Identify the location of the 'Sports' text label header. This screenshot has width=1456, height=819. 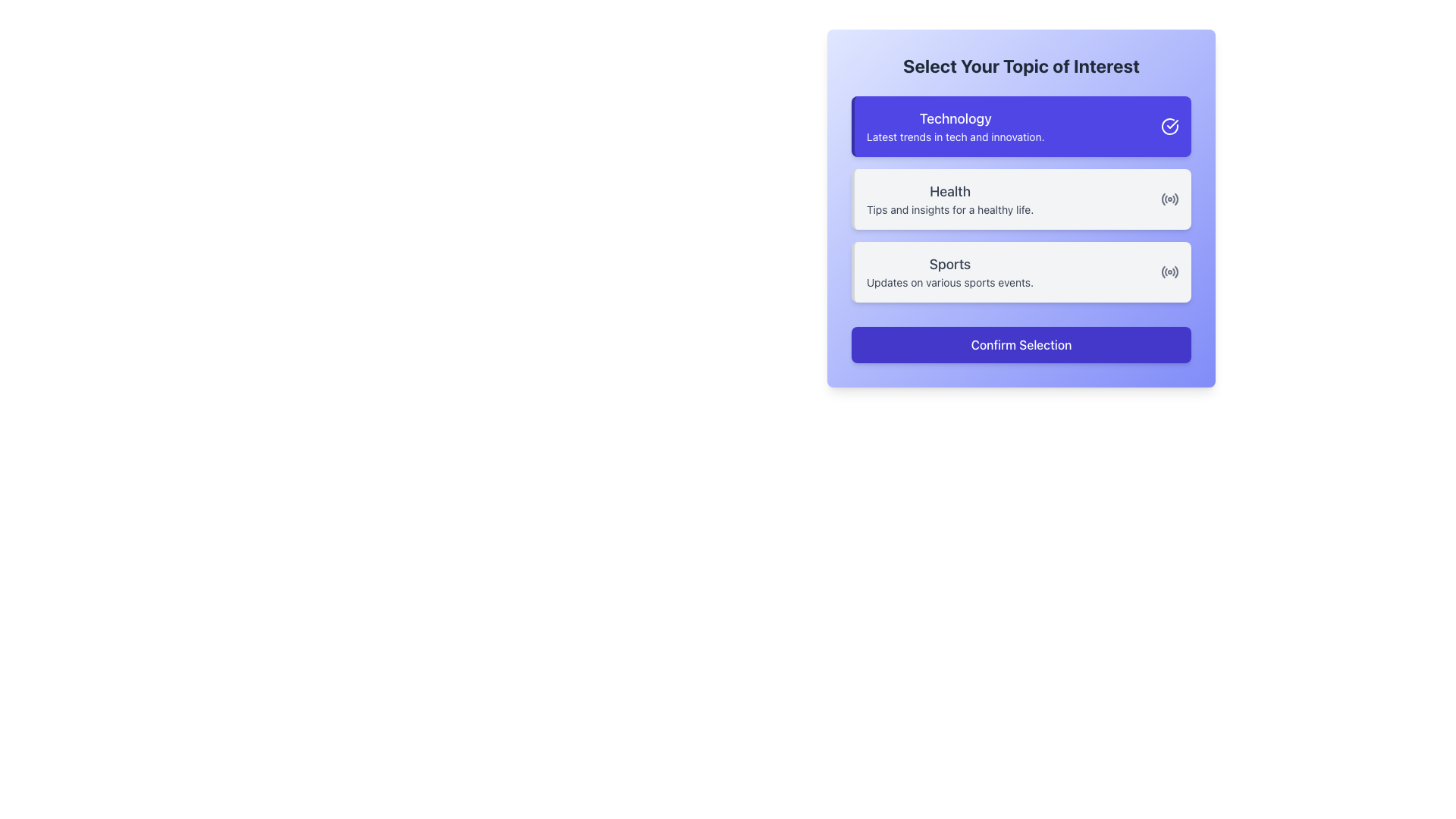
(949, 263).